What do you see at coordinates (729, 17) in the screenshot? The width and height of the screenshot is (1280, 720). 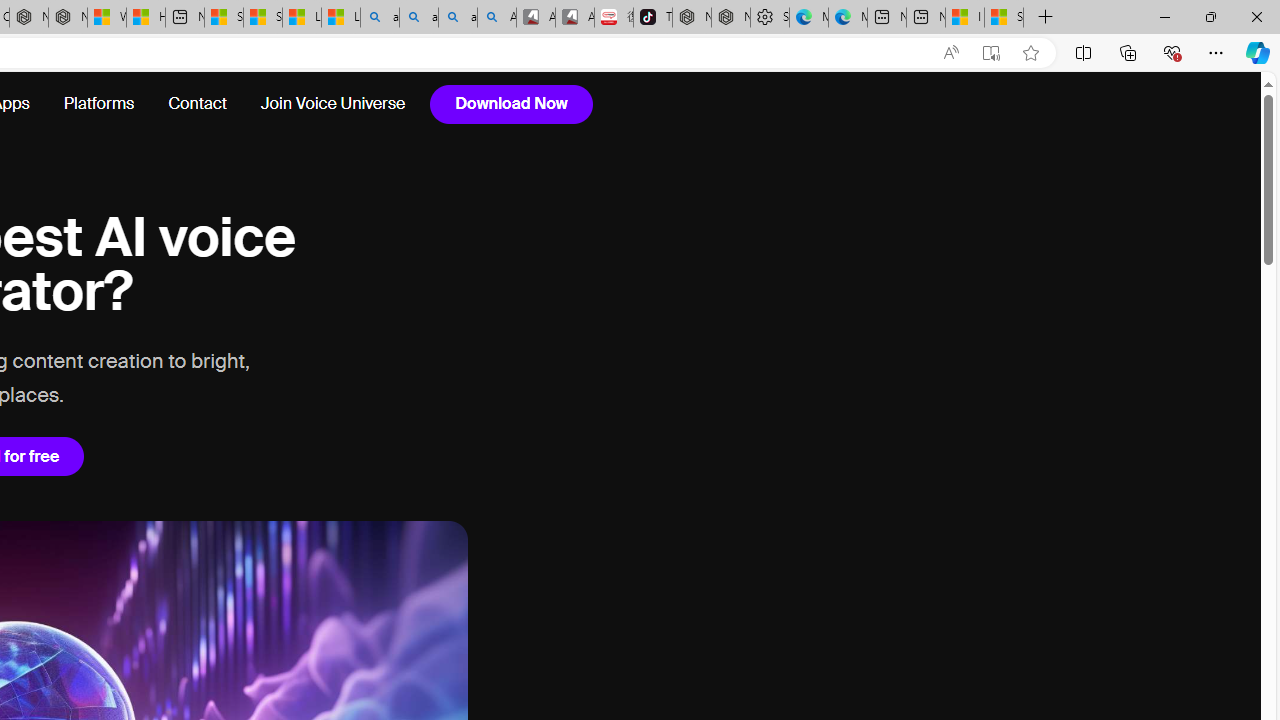 I see `'Nordace Siena Pro 15 Backpack'` at bounding box center [729, 17].